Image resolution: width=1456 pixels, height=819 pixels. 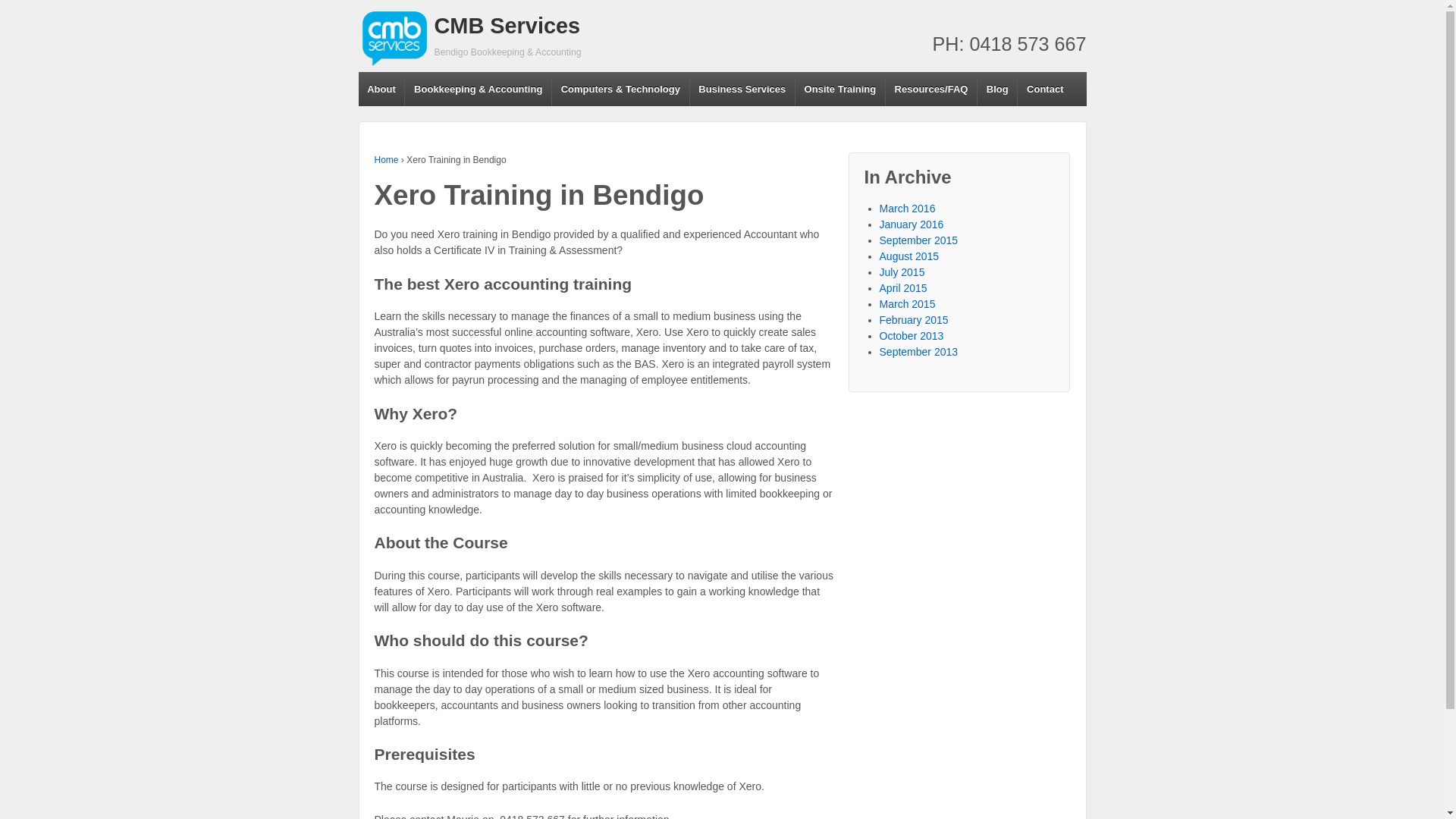 I want to click on 'CMB Services', so click(x=507, y=26).